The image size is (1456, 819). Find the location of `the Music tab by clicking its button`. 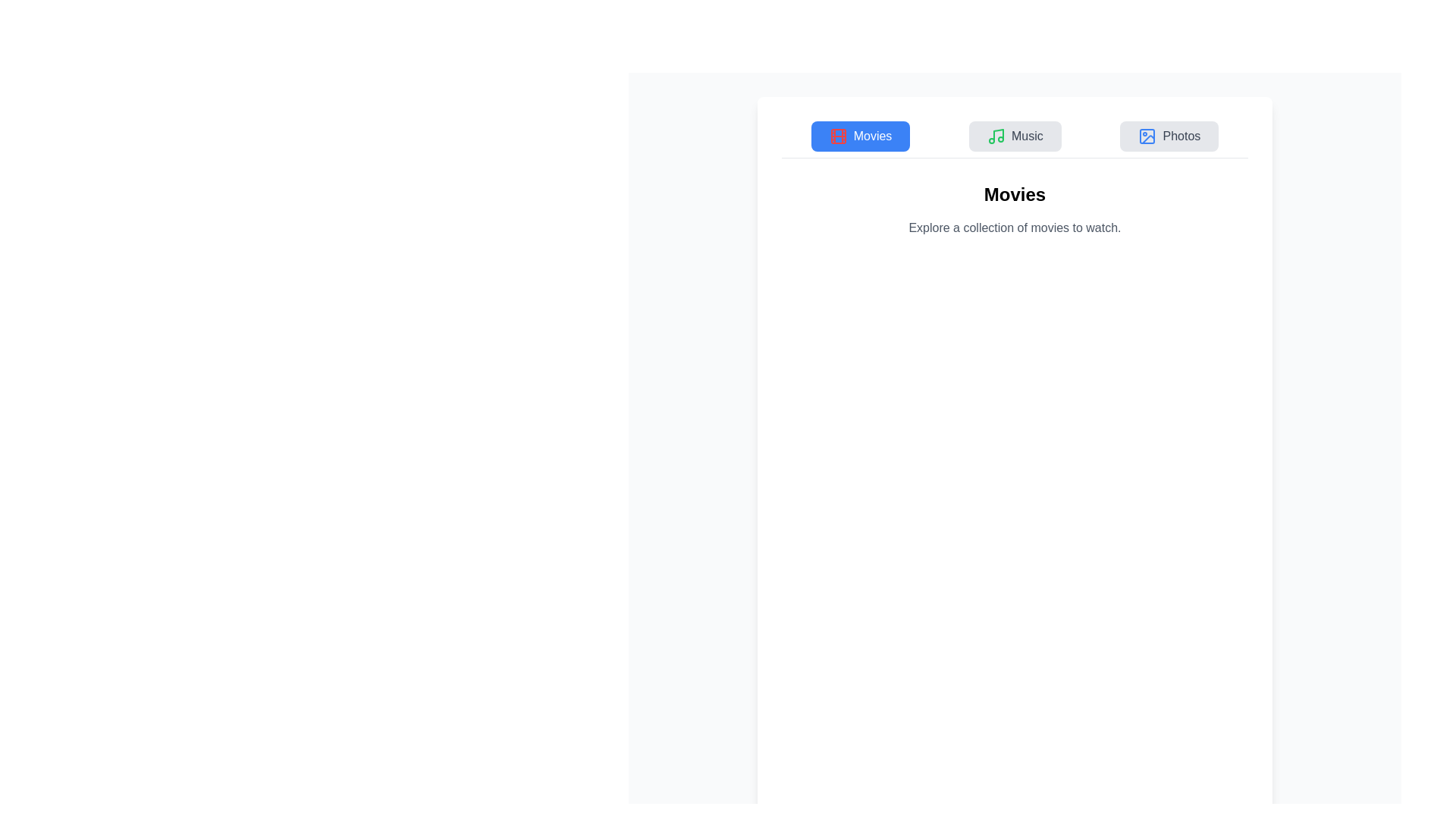

the Music tab by clicking its button is located at coordinates (1015, 136).